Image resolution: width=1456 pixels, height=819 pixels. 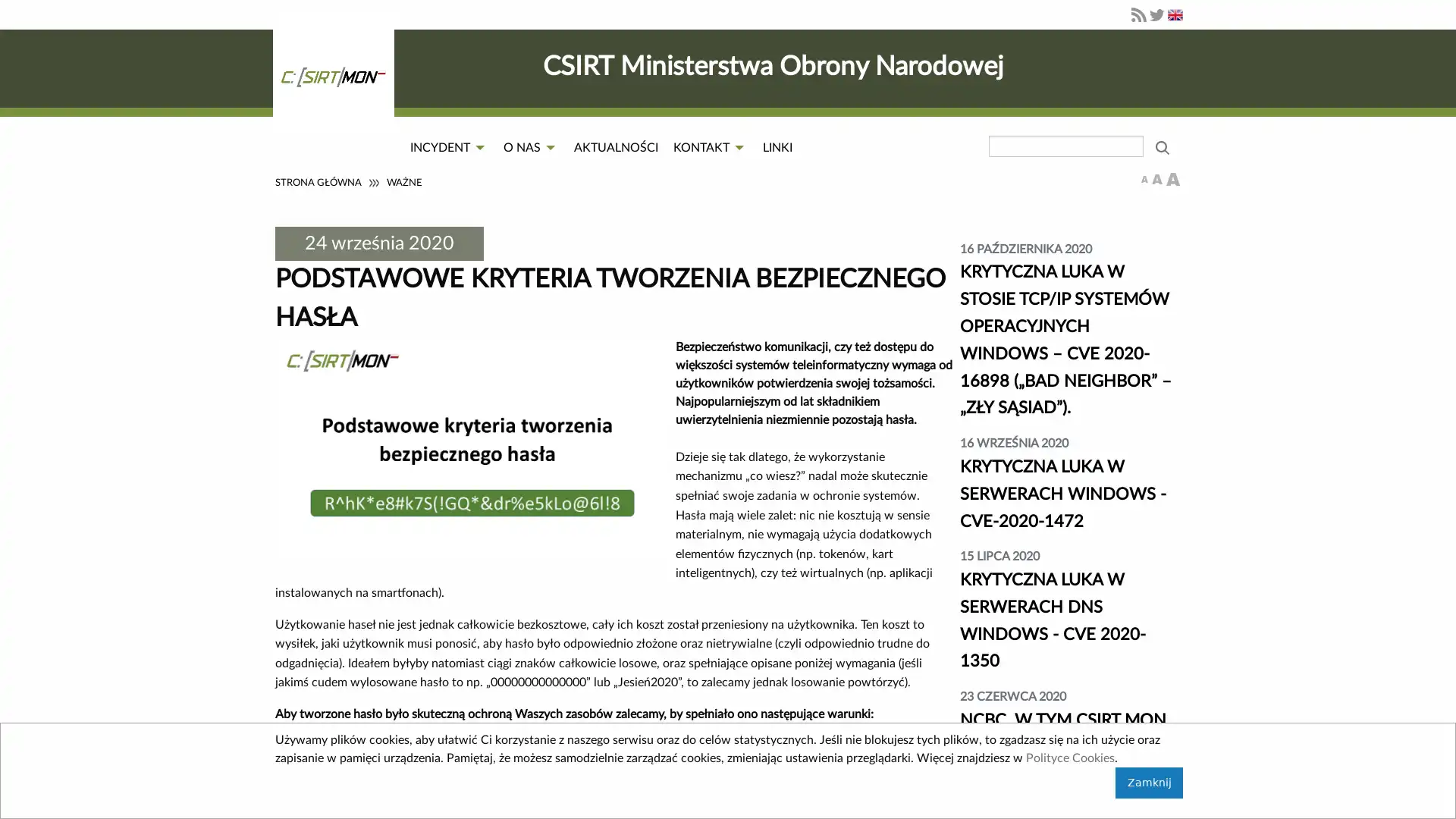 I want to click on wyszukaj, so click(x=1160, y=146).